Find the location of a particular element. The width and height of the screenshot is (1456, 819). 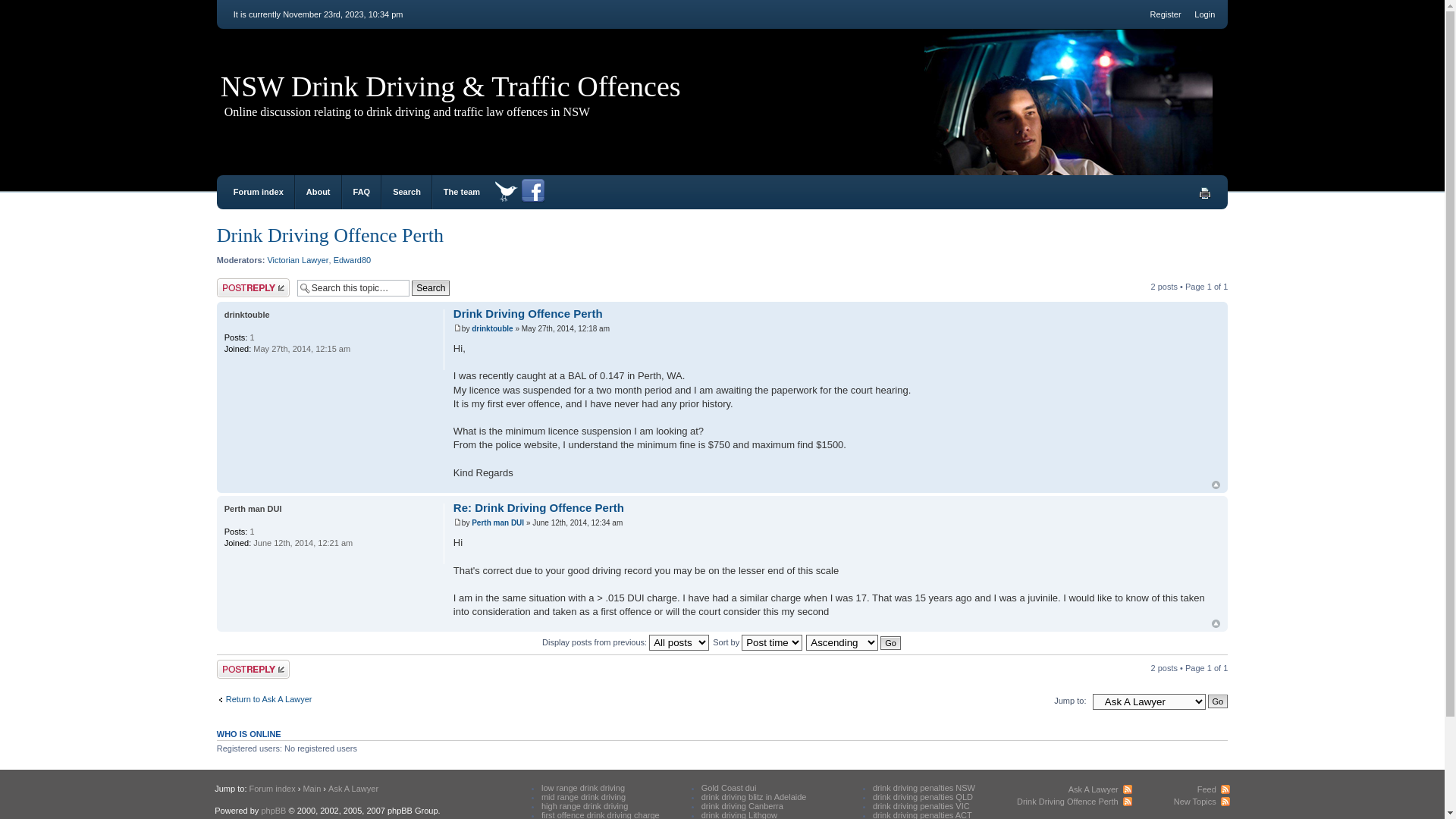

'FAQ' is located at coordinates (361, 191).